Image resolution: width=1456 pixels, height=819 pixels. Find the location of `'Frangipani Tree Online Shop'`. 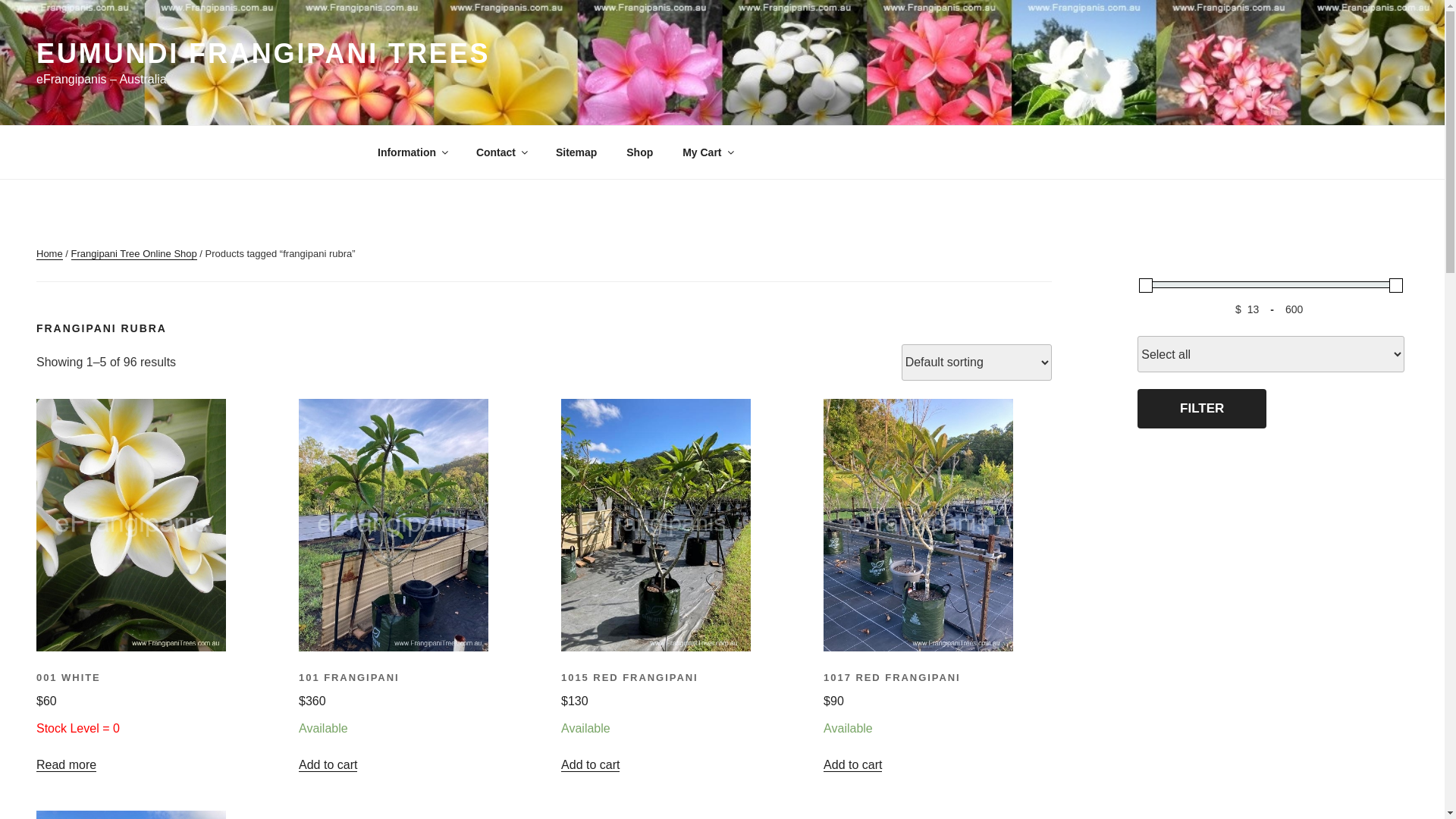

'Frangipani Tree Online Shop' is located at coordinates (71, 253).